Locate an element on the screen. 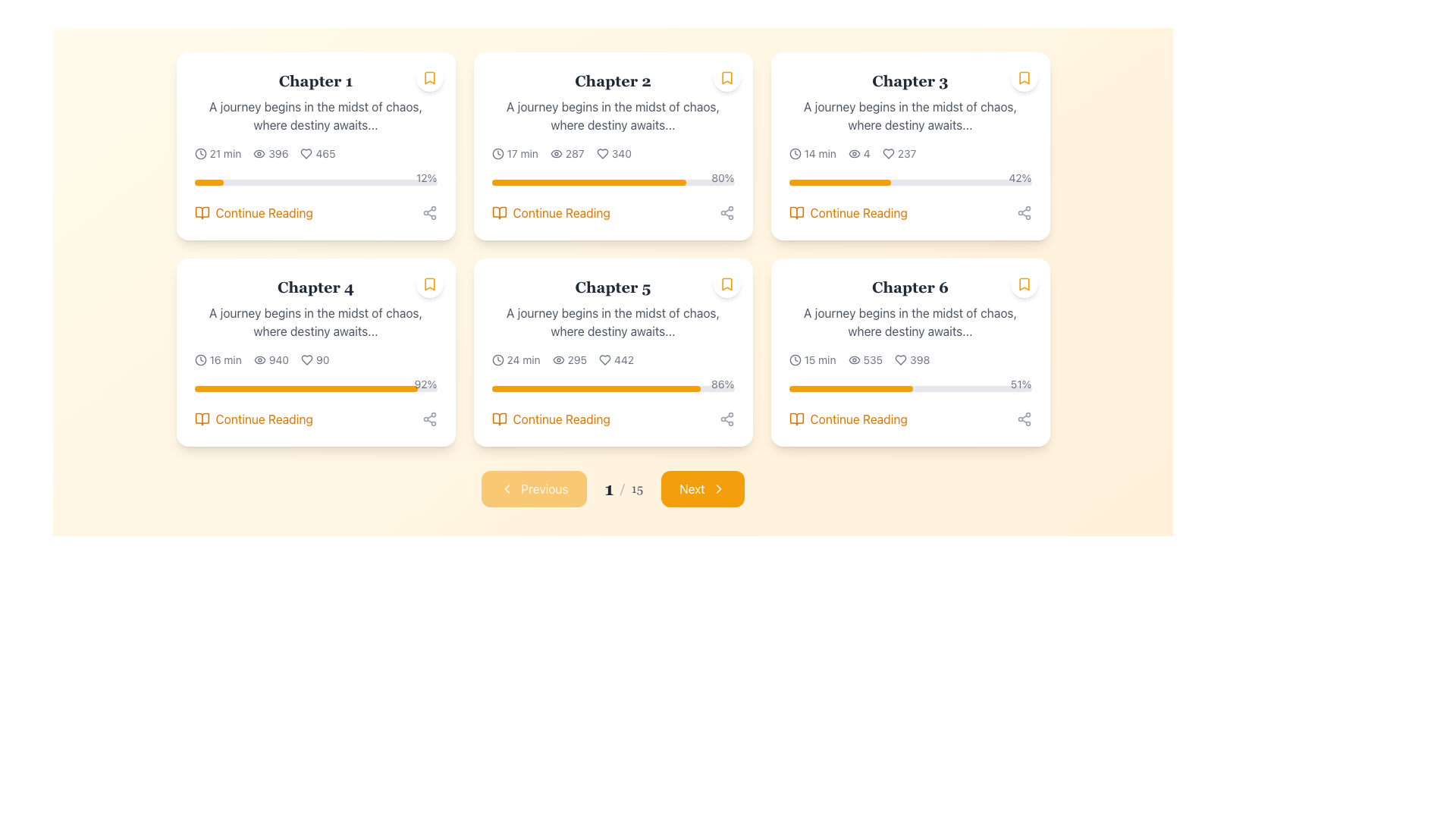 This screenshot has width=1456, height=819. the static text displaying '90' which indicates user engagement, located next to the heart icon in the 'Chapter 4' section of the interface is located at coordinates (322, 359).